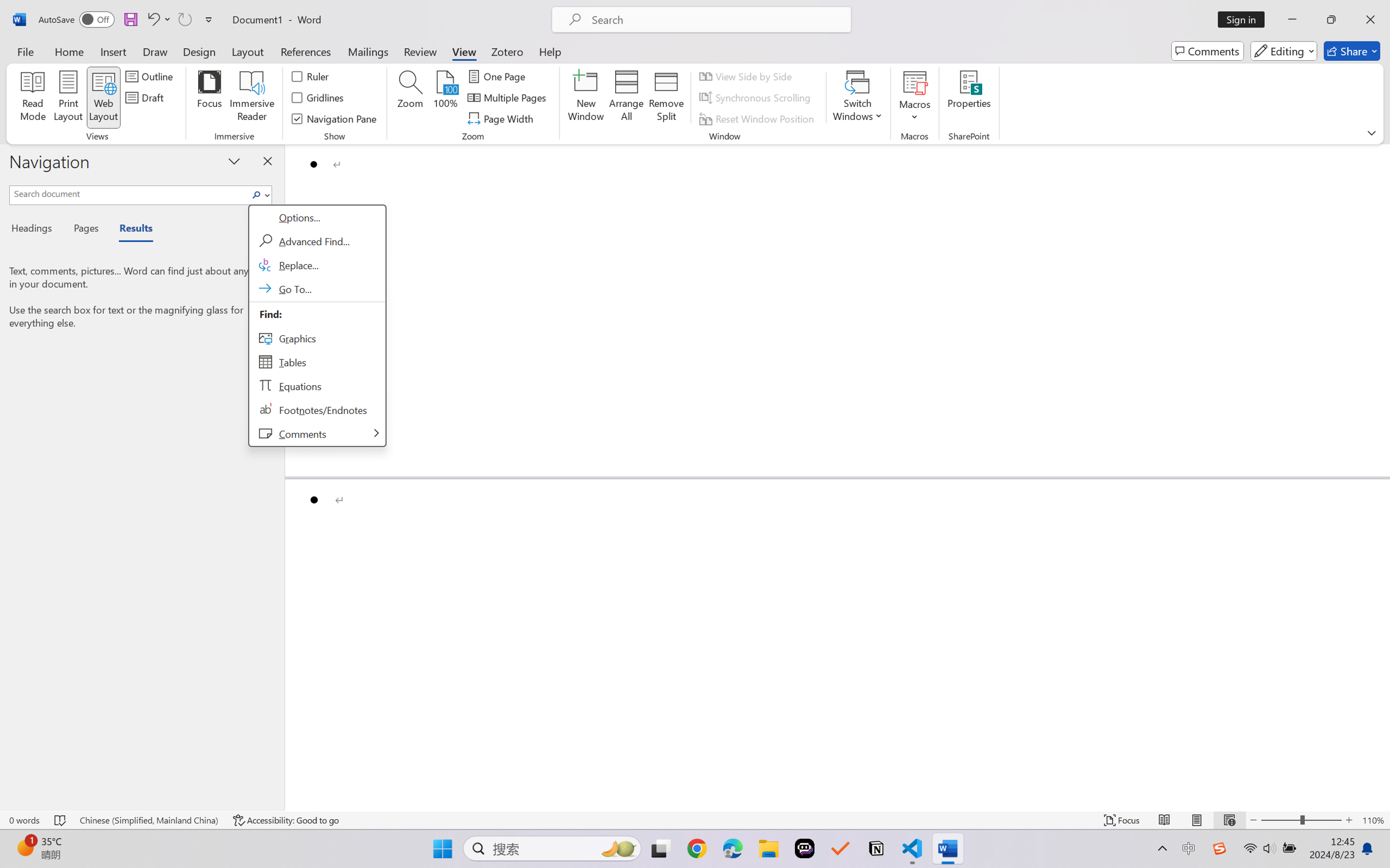 This screenshot has width=1390, height=868. Describe the element at coordinates (497, 75) in the screenshot. I see `'One Page'` at that location.